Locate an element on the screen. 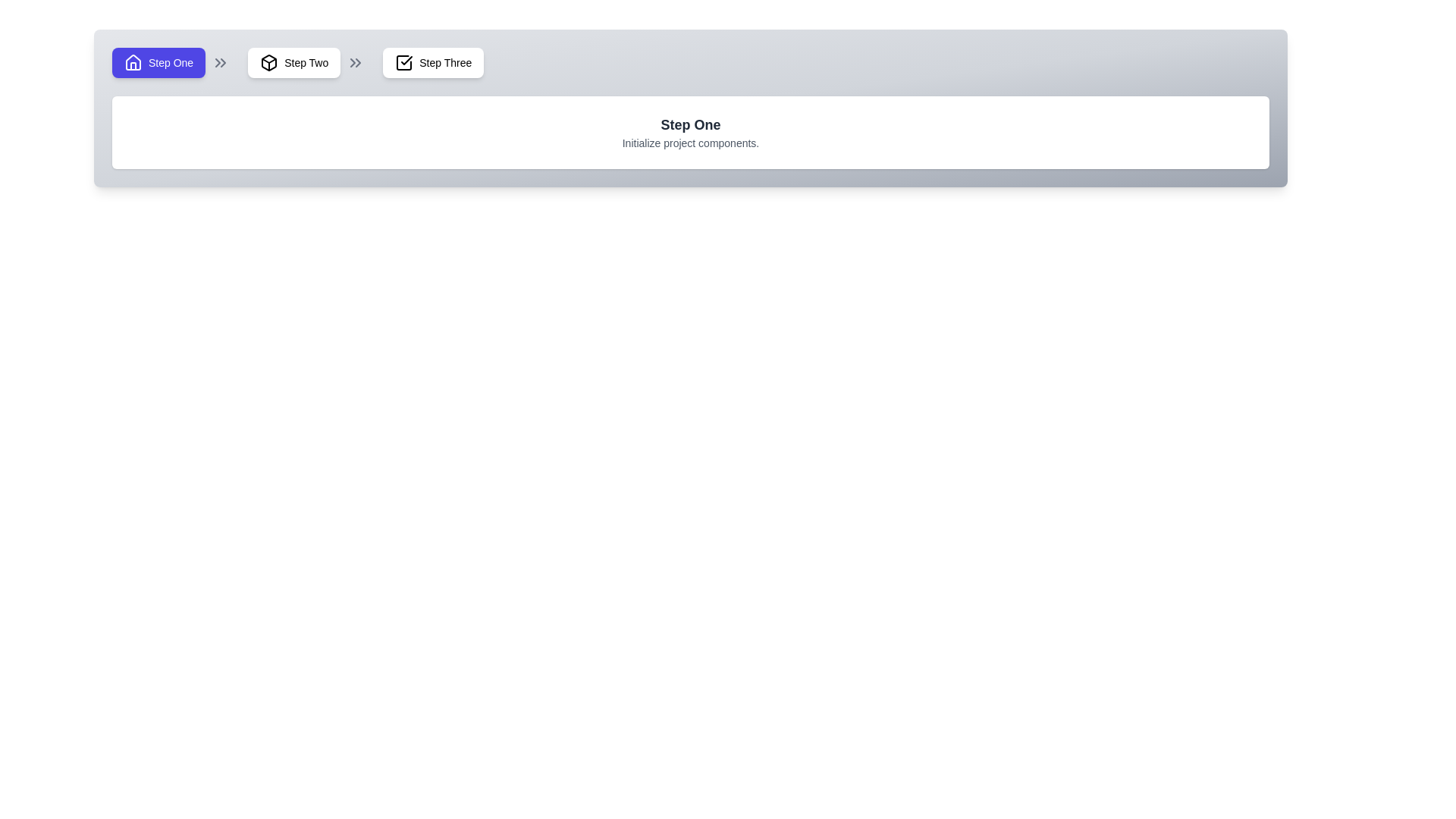 This screenshot has width=1456, height=819. the label indicating 'Step Three' in the multi-step navigation sequence is located at coordinates (444, 62).